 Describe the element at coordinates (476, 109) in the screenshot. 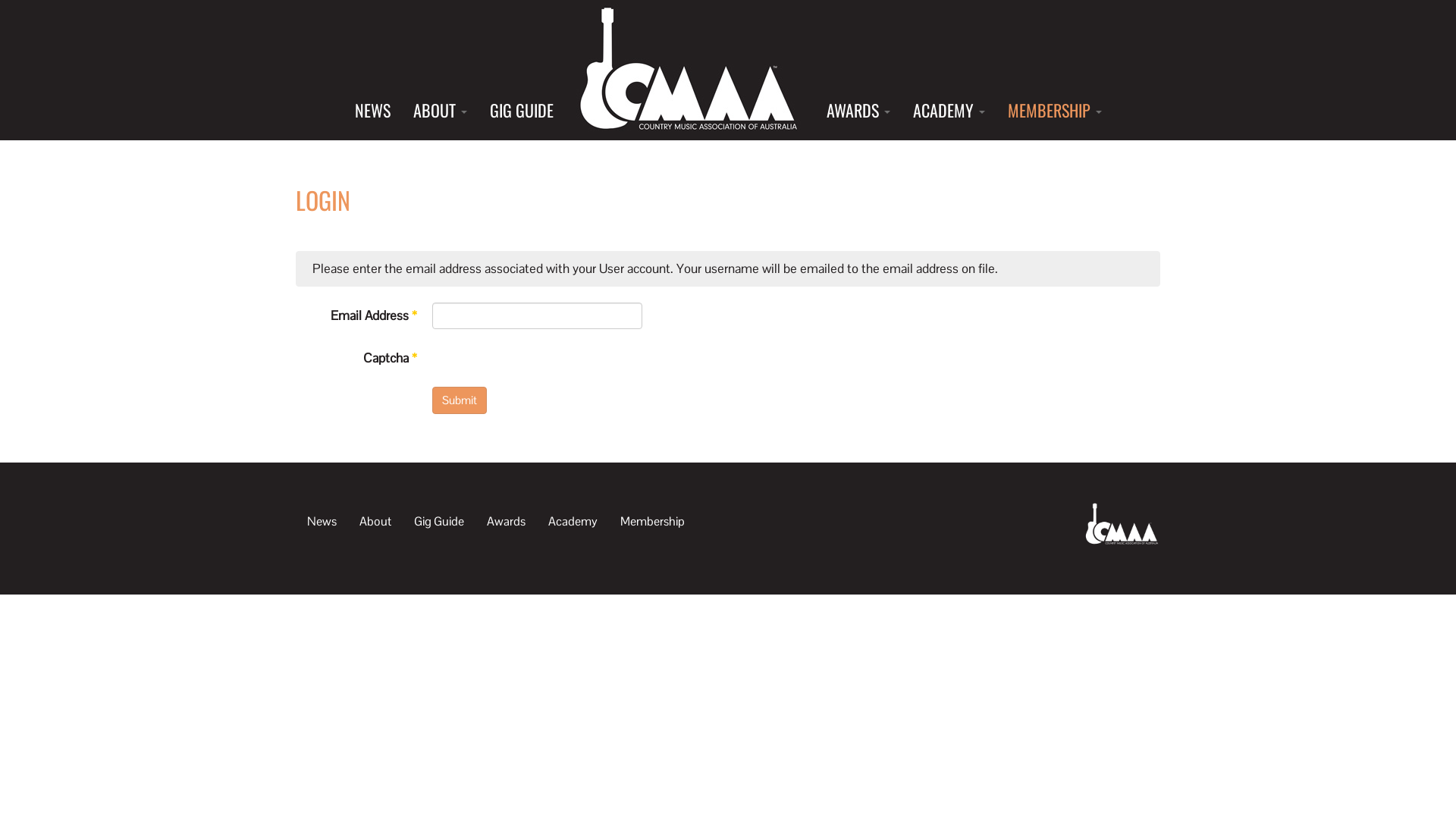

I see `'GIG GUIDE'` at that location.